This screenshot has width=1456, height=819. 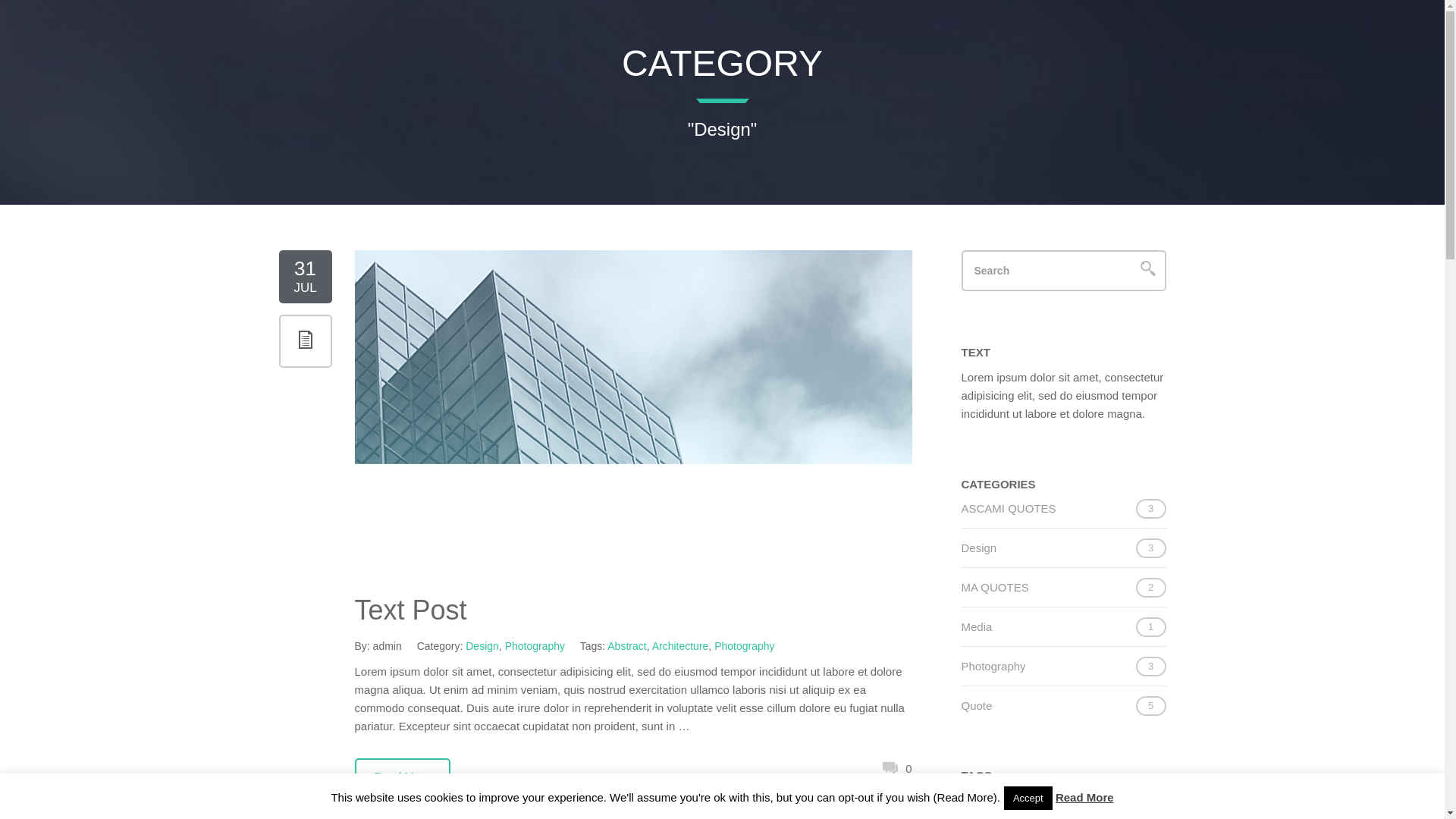 What do you see at coordinates (896, 768) in the screenshot?
I see `'0'` at bounding box center [896, 768].